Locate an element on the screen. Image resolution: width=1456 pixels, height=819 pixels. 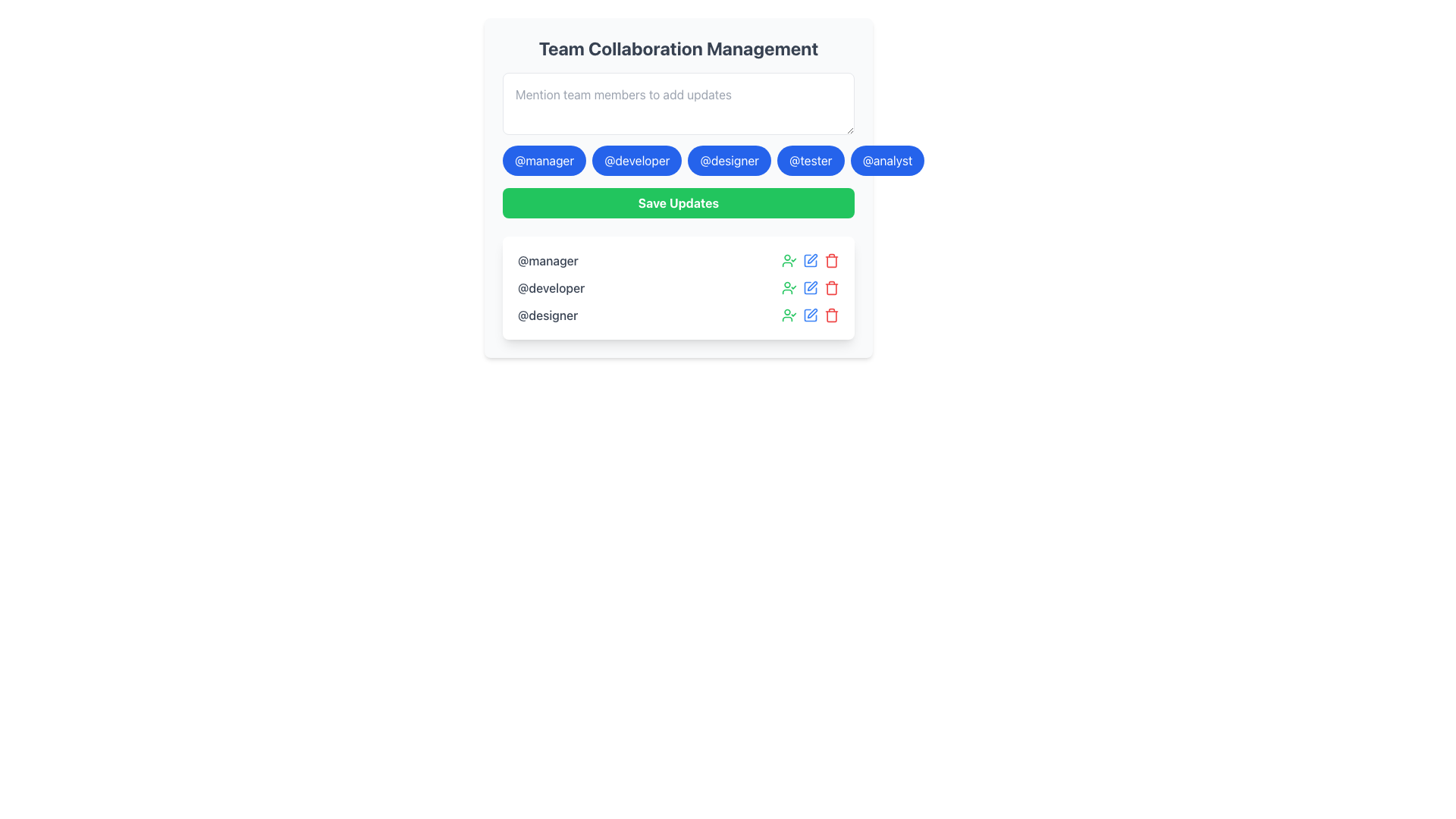
the blue button labeled '@designer' is located at coordinates (730, 161).